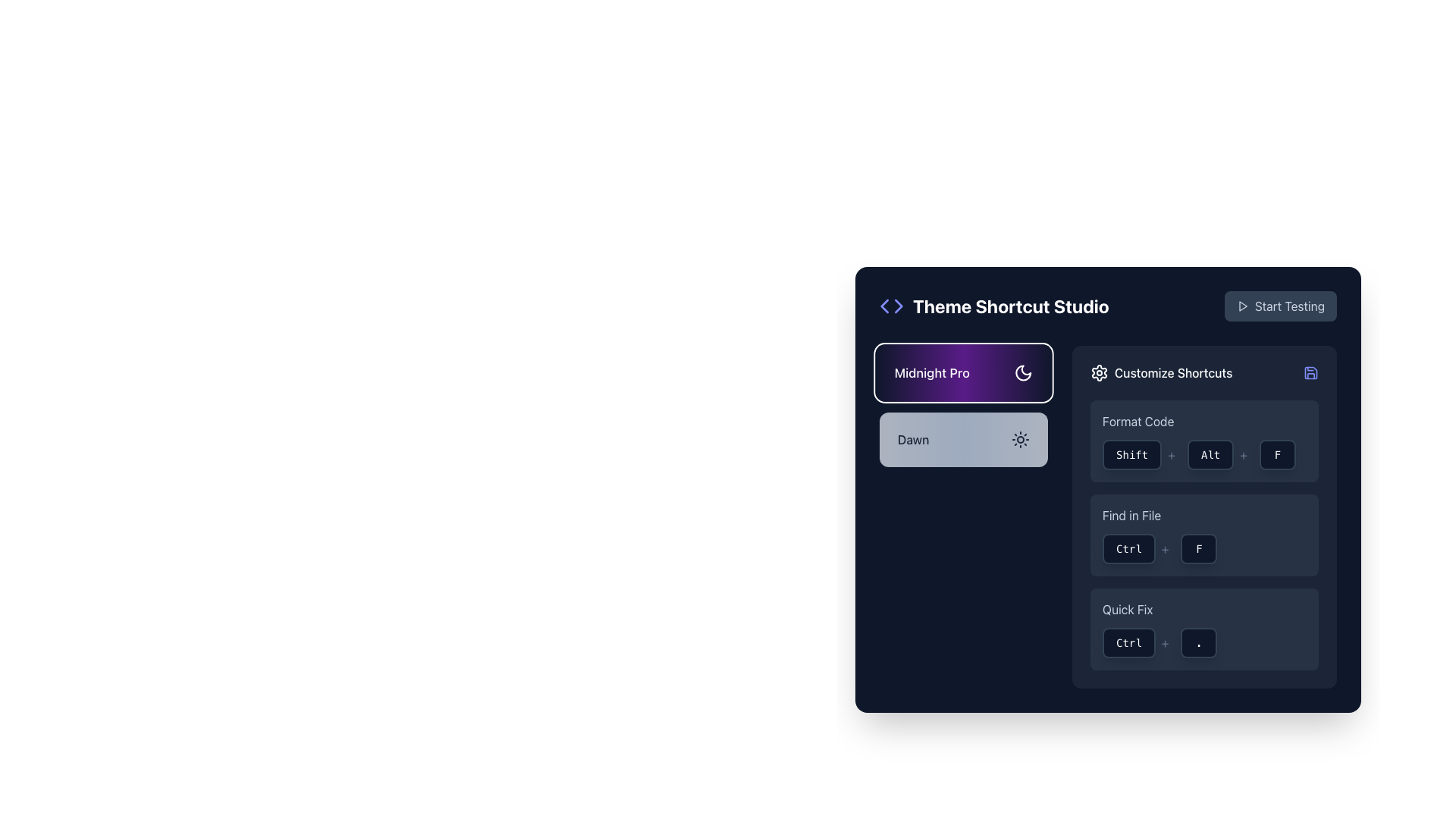  Describe the element at coordinates (1243, 306) in the screenshot. I see `the SVG graphical component that serves as a visual indicator for play action, located in the right portion of the media interface's interactive controls section` at that location.